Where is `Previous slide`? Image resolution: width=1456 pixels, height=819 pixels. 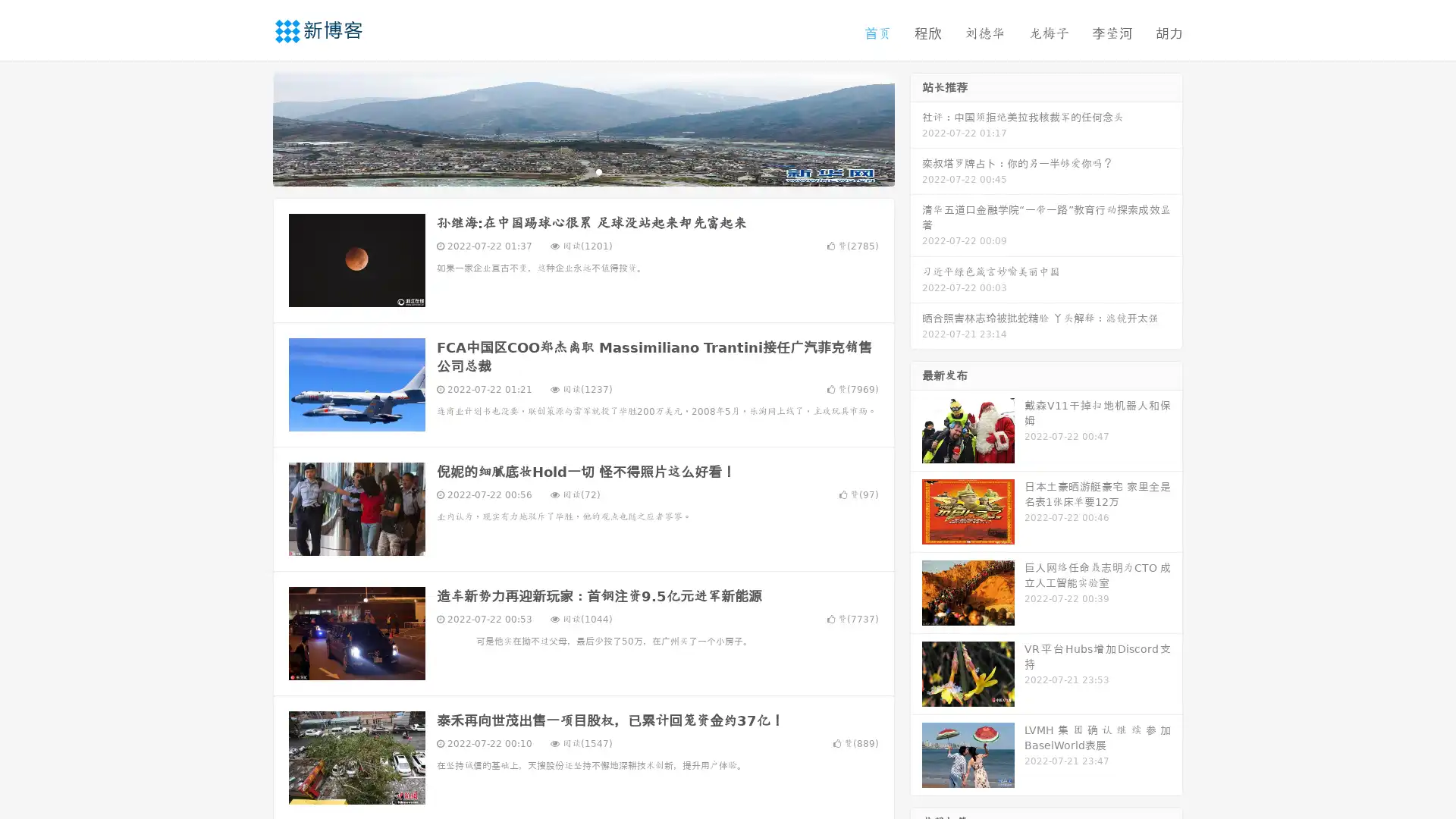
Previous slide is located at coordinates (250, 127).